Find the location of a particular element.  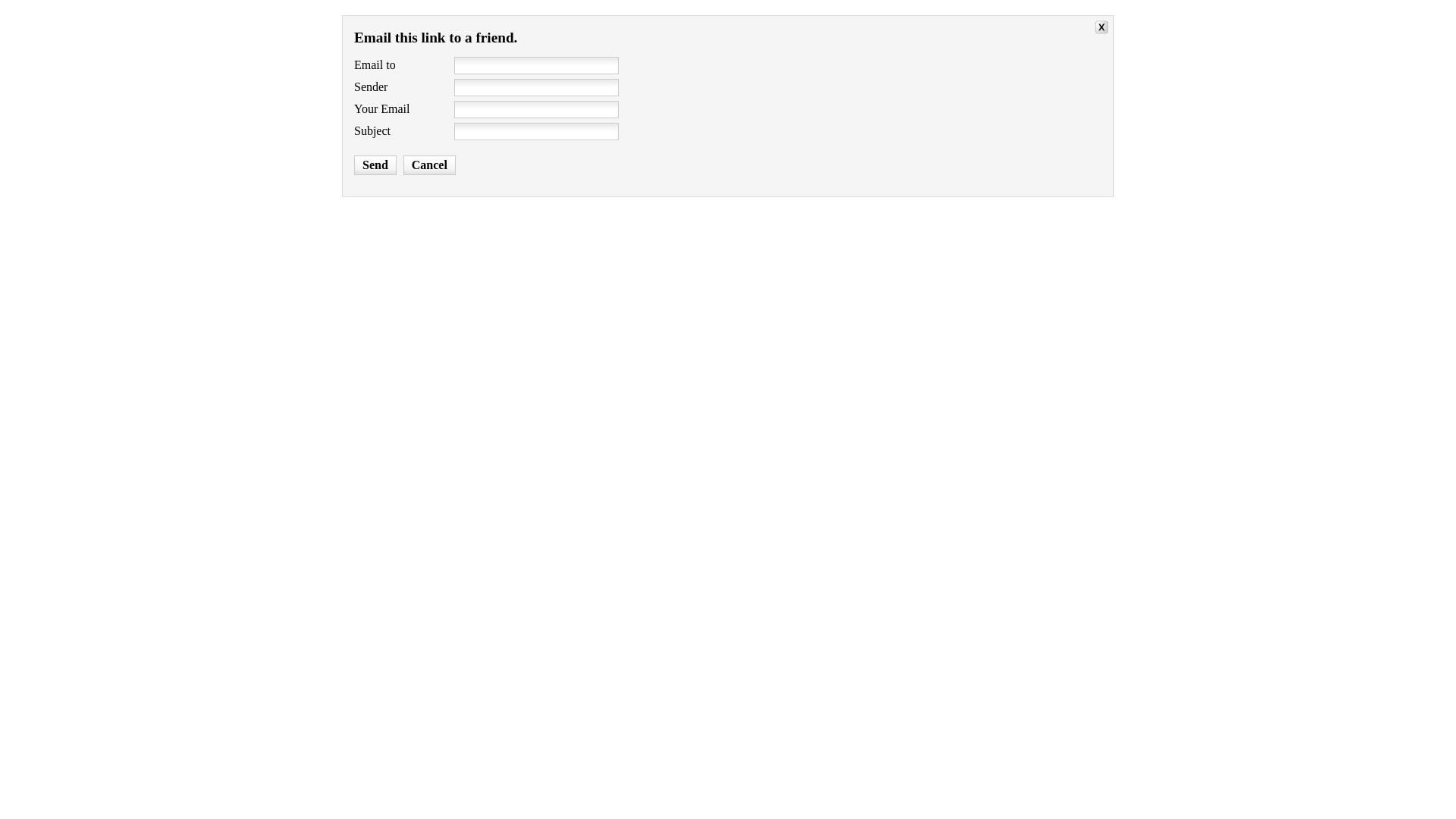

'Cancel' is located at coordinates (428, 165).